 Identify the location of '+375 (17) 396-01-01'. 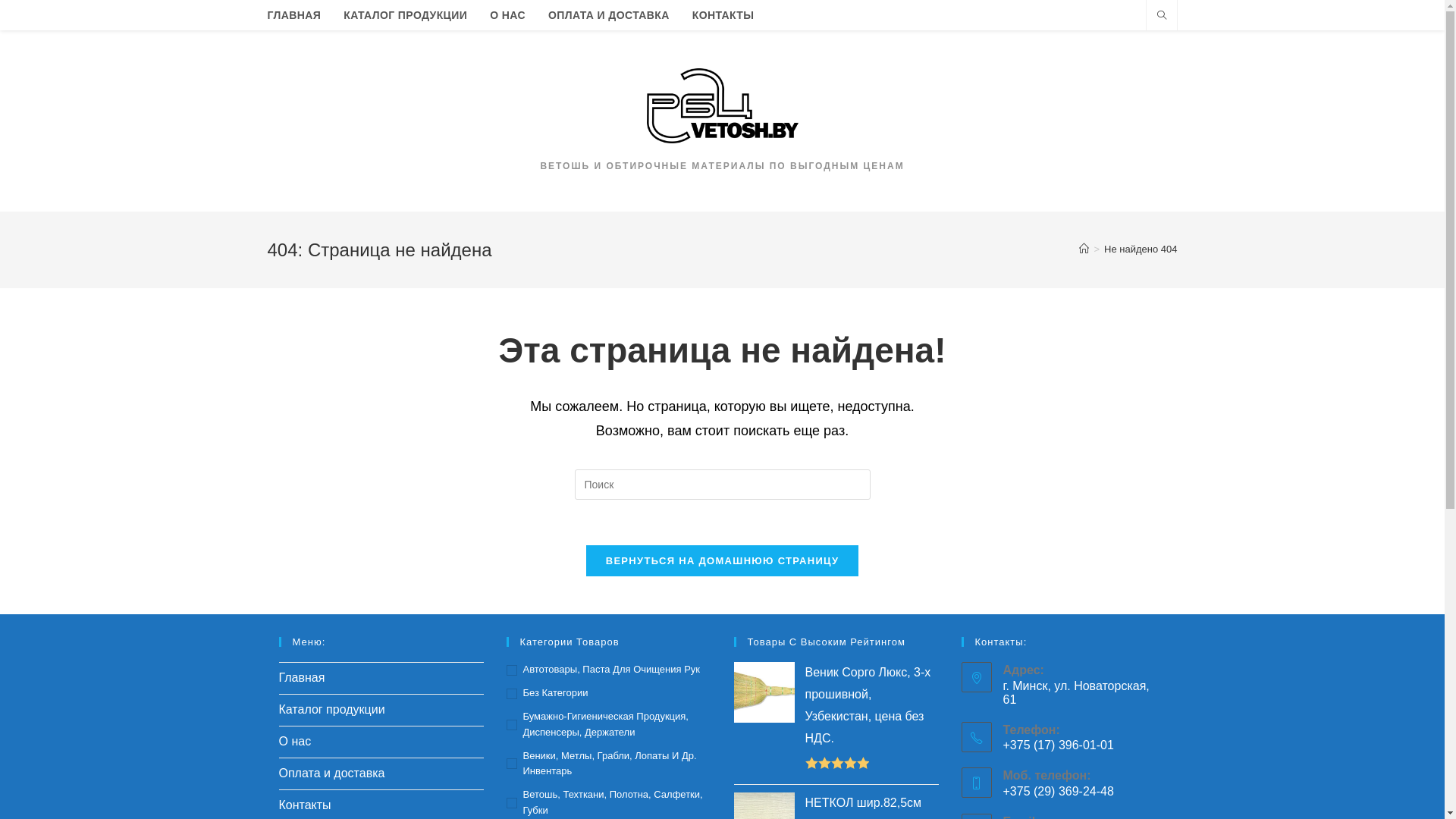
(1002, 745).